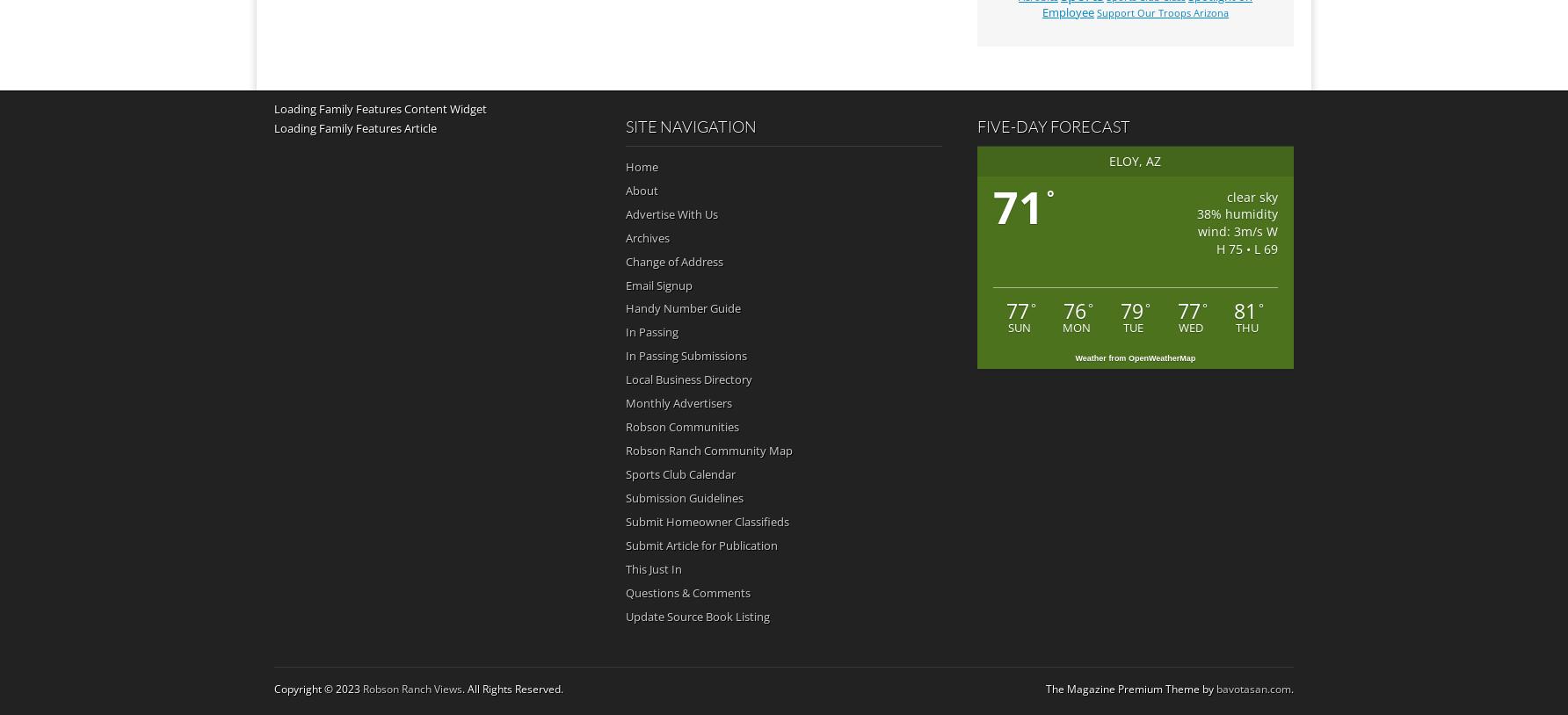 This screenshot has width=1568, height=715. I want to click on 'bavotasan.com', so click(1253, 688).